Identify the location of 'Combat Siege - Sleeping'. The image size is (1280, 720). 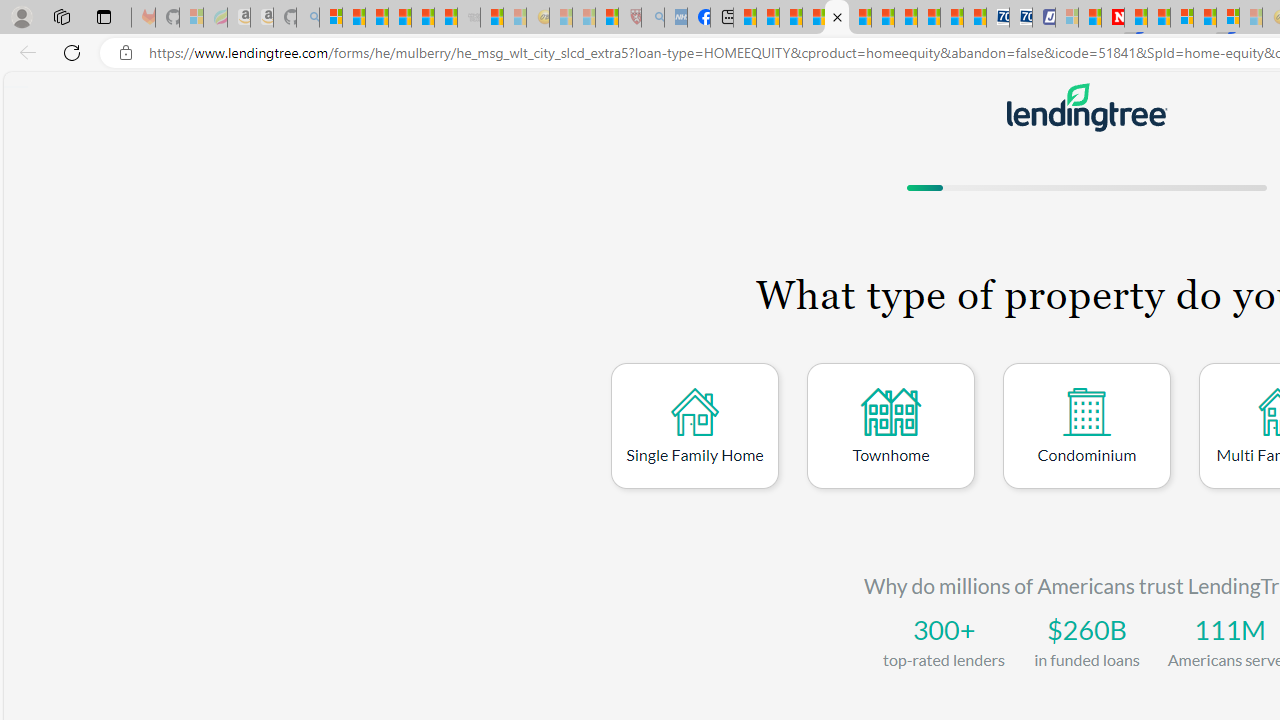
(468, 17).